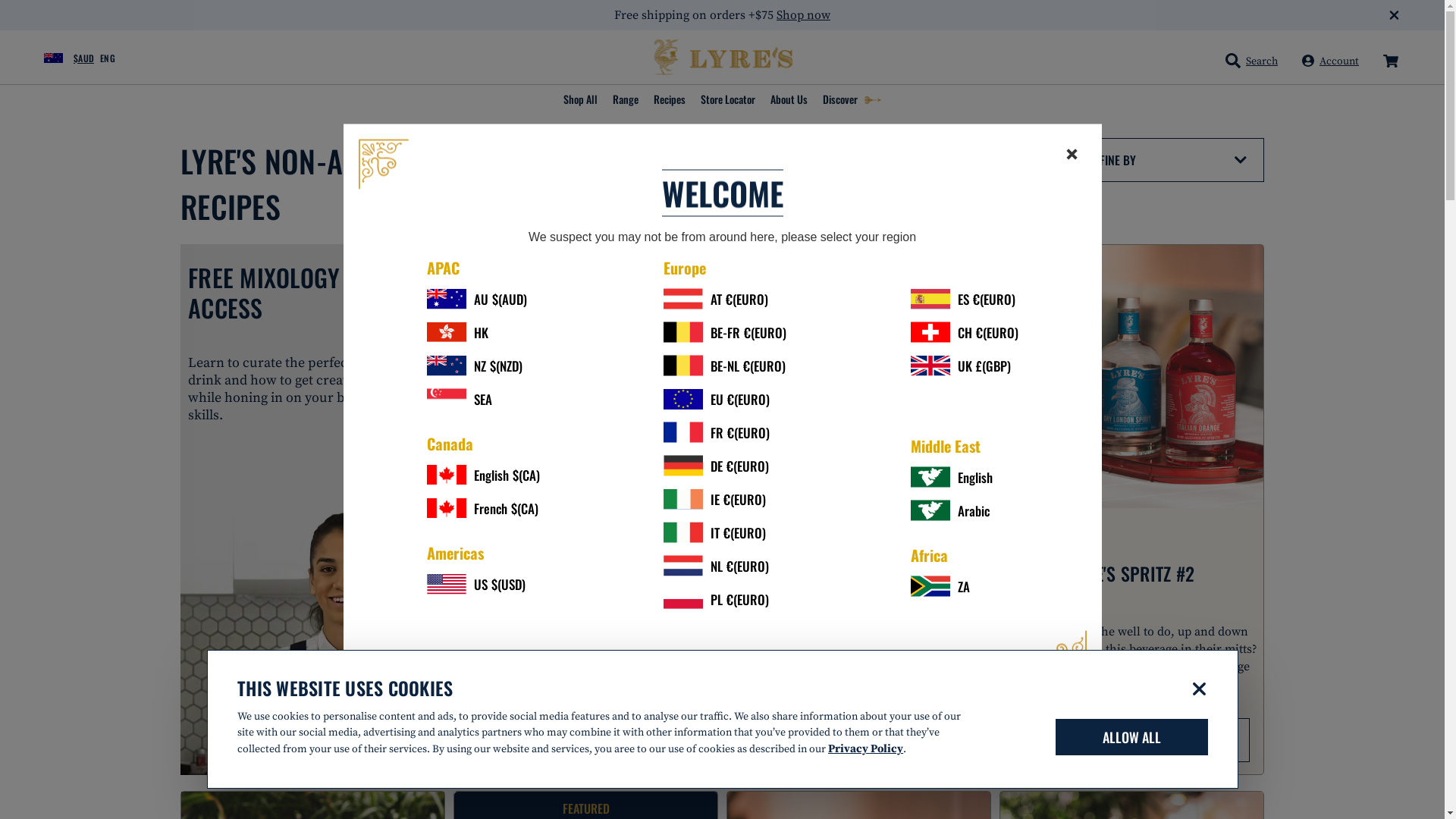 The image size is (1456, 819). I want to click on 'US, so click(482, 582).